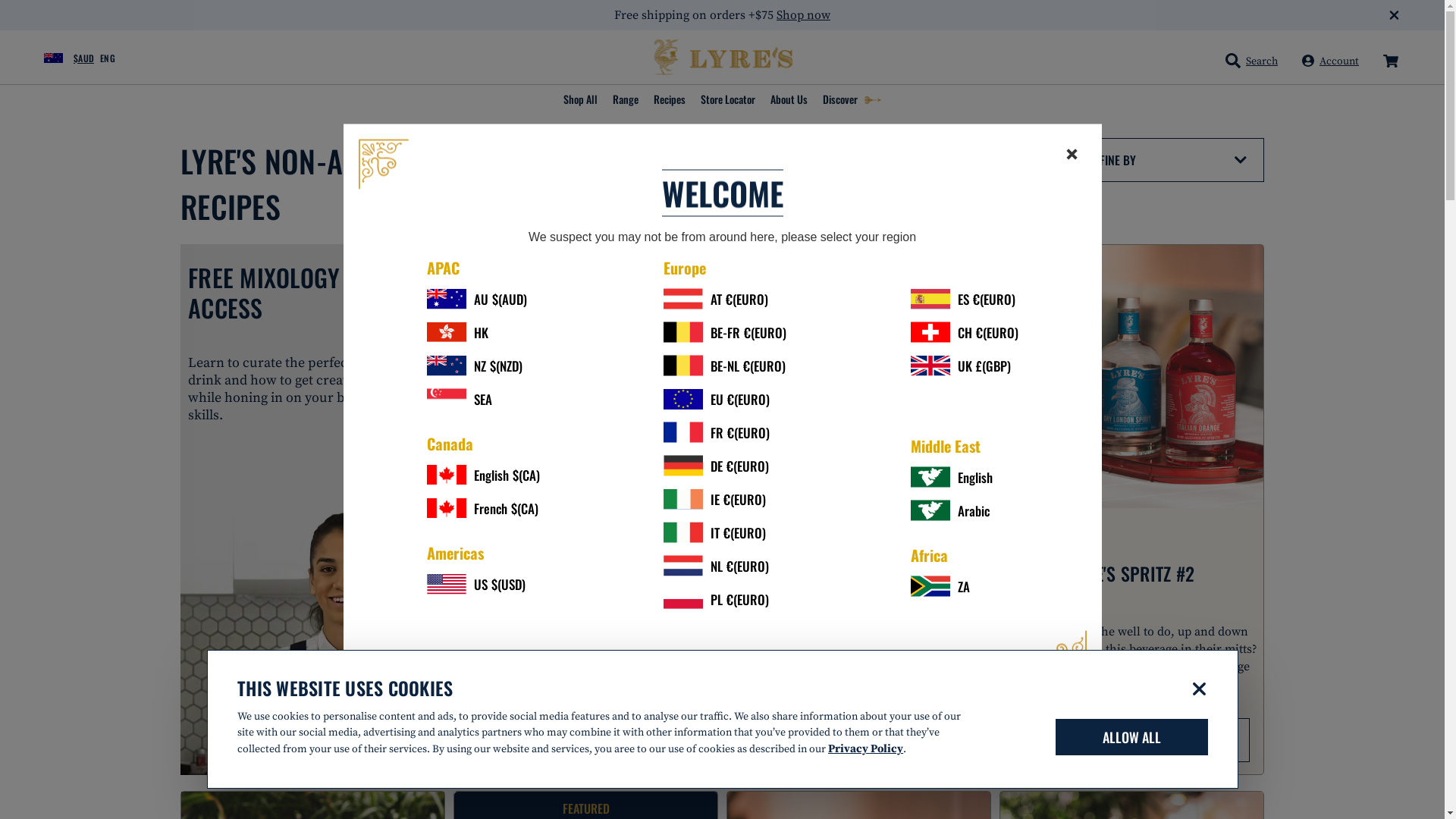 The image size is (1456, 819). I want to click on 'US, so click(482, 582).